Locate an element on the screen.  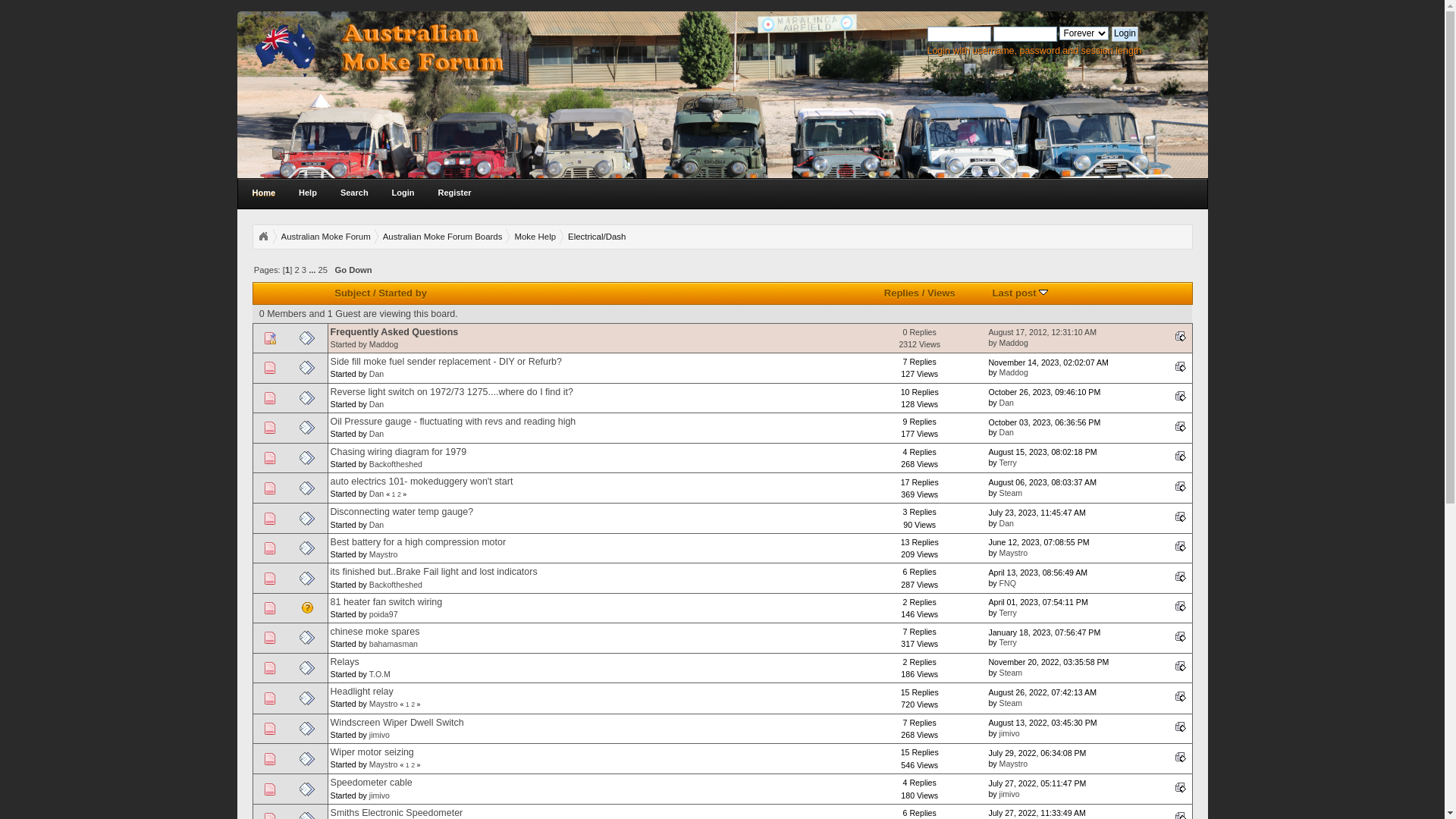
'Last post' is located at coordinates (1171, 366).